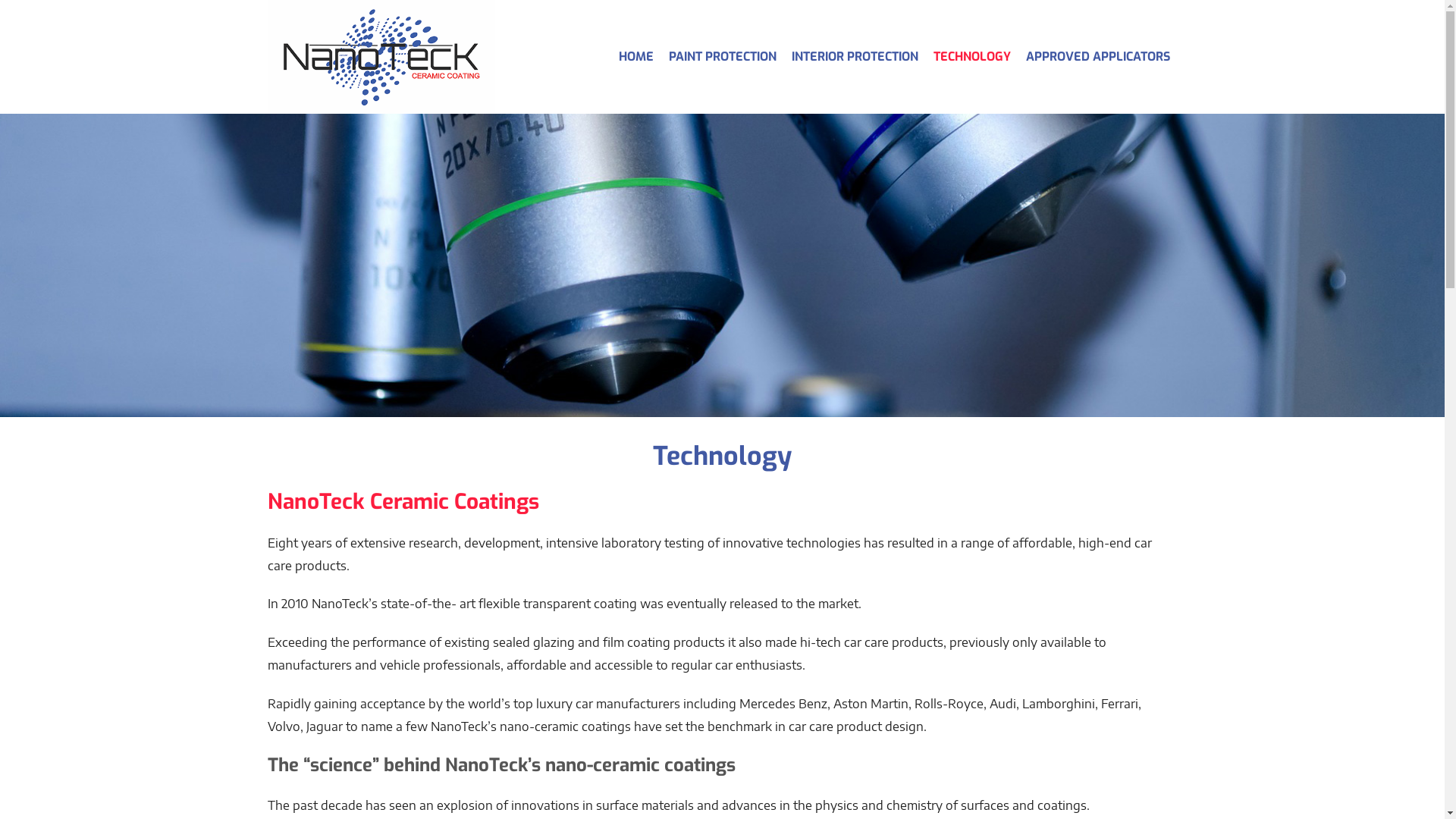  Describe the element at coordinates (924, 55) in the screenshot. I see `'TECHNOLOGY'` at that location.